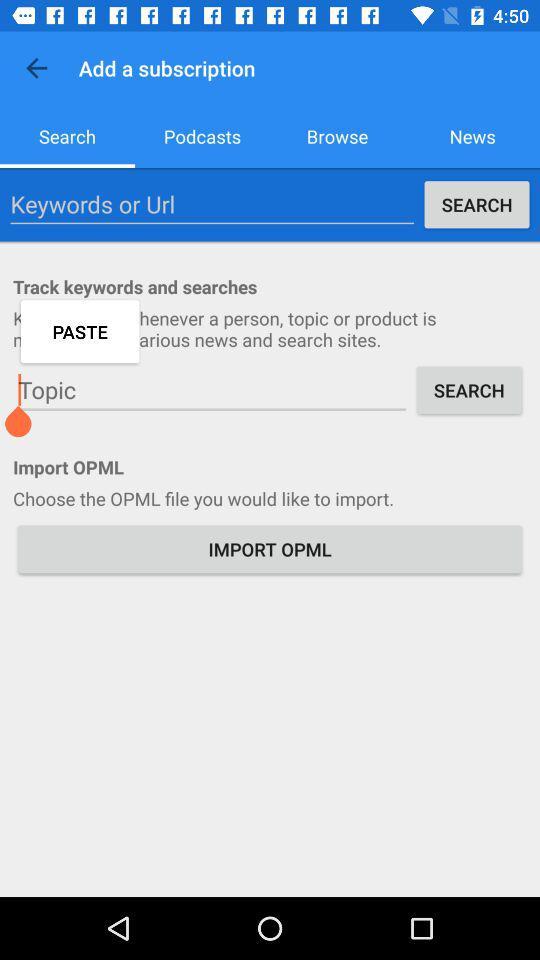  I want to click on search topic option, so click(211, 389).